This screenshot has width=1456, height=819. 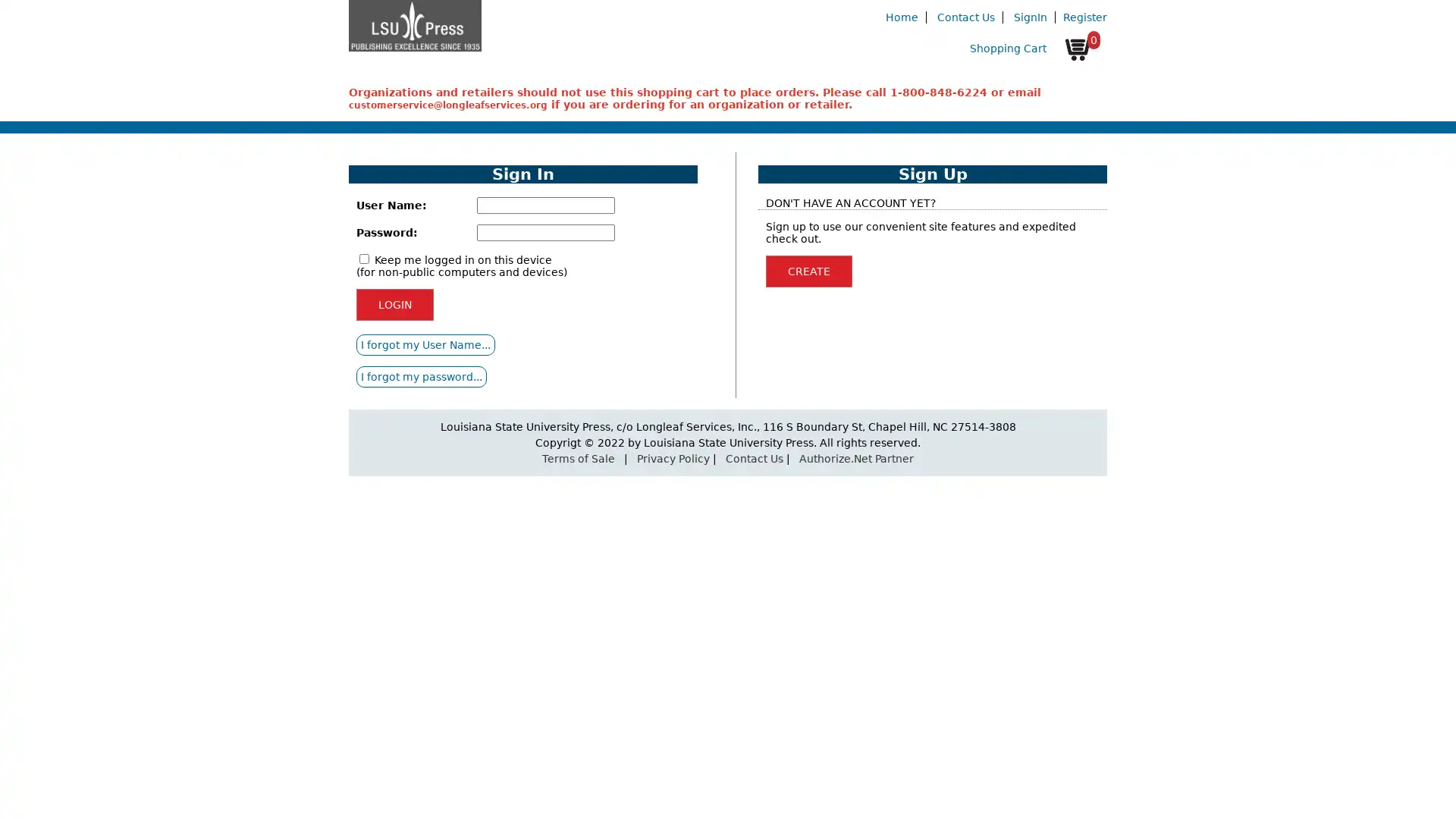 I want to click on LOGIN, so click(x=395, y=304).